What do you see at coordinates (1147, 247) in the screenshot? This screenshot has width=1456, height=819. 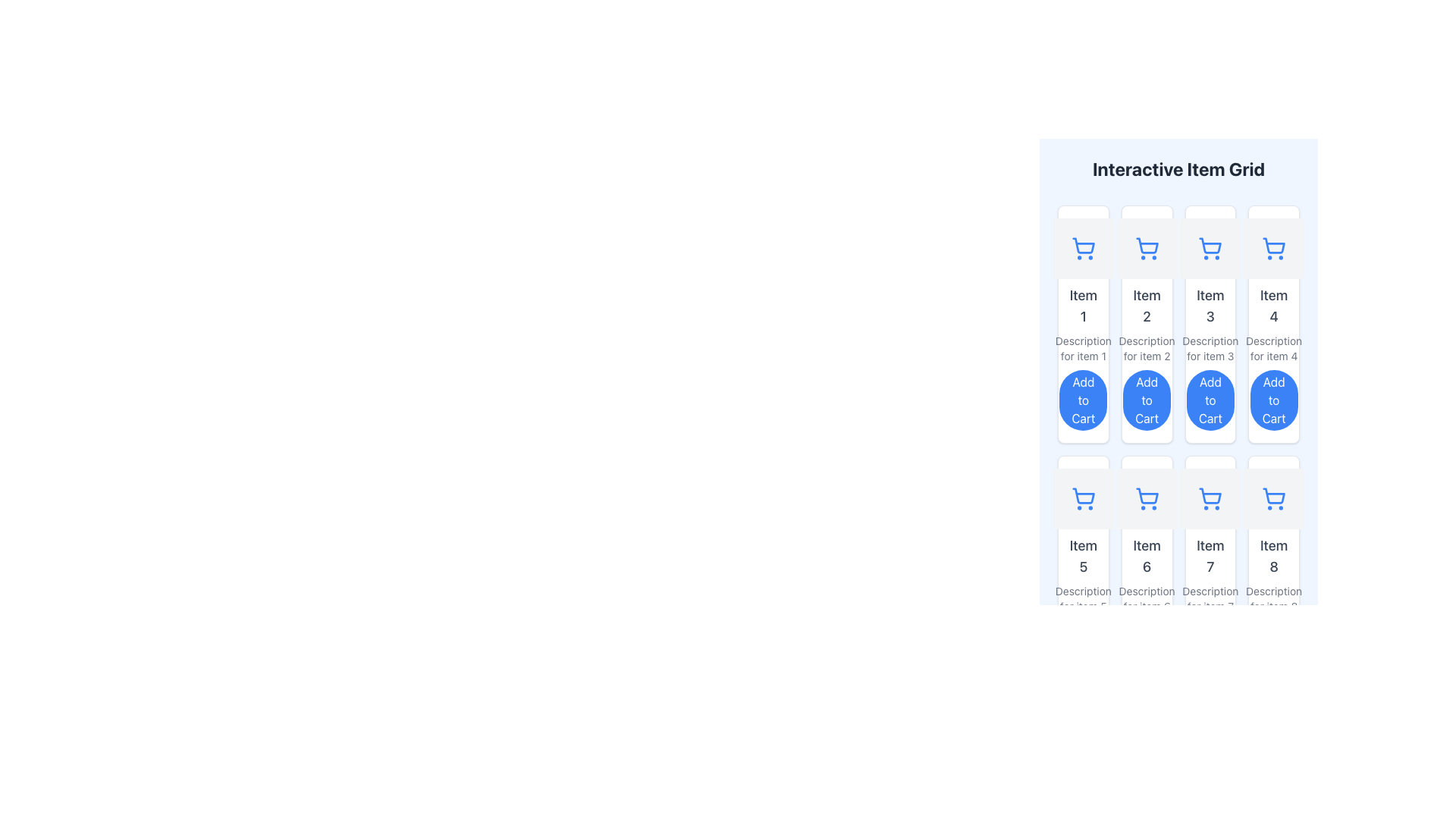 I see `the shopping cart icon located in the second column of the top row of the interactive item grid` at bounding box center [1147, 247].